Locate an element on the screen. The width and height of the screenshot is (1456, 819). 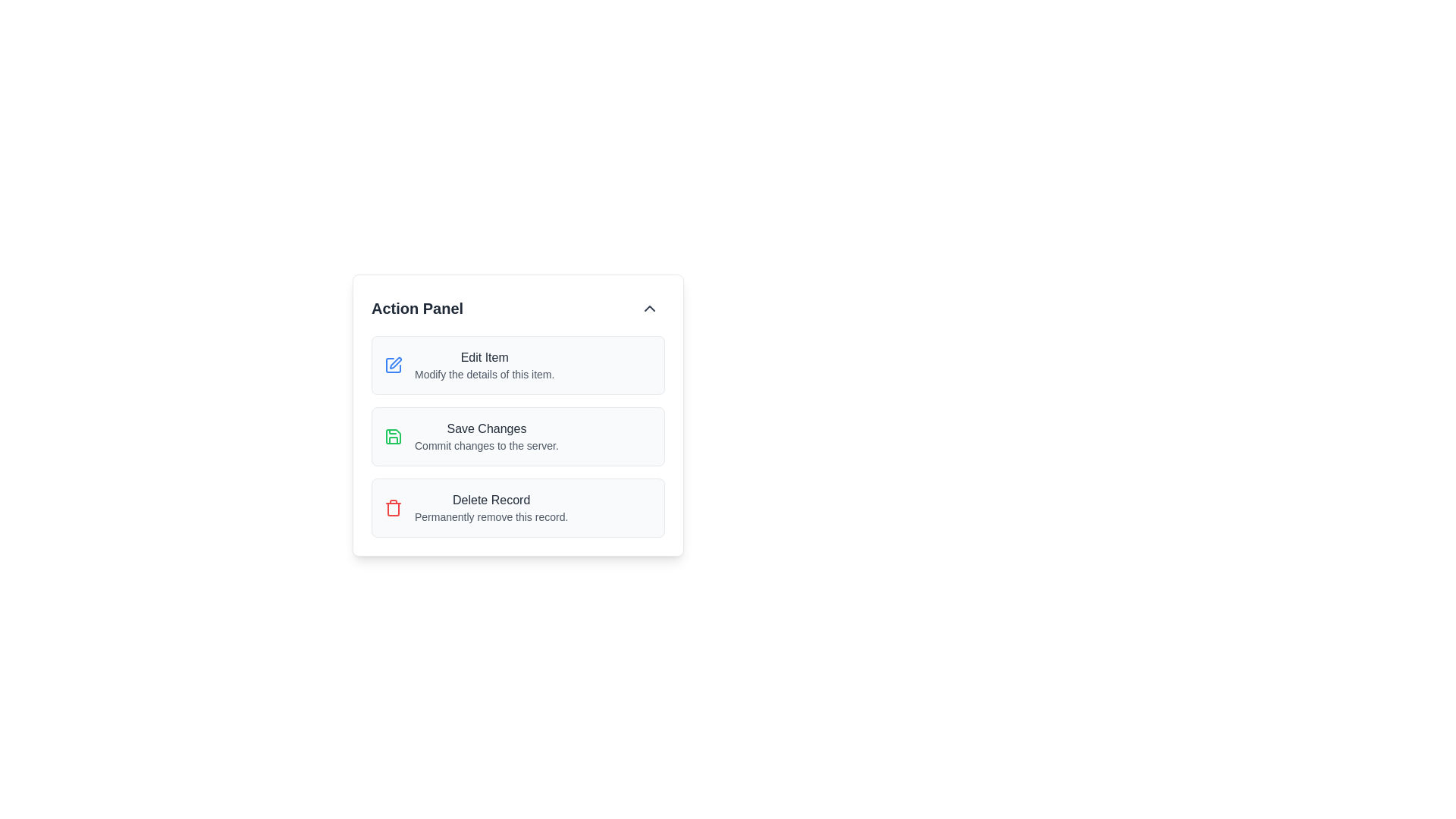
the 'Save Changes' action card, which is the second item in the vertical list of action cards located in the middle portion of the Action Panel section is located at coordinates (518, 436).